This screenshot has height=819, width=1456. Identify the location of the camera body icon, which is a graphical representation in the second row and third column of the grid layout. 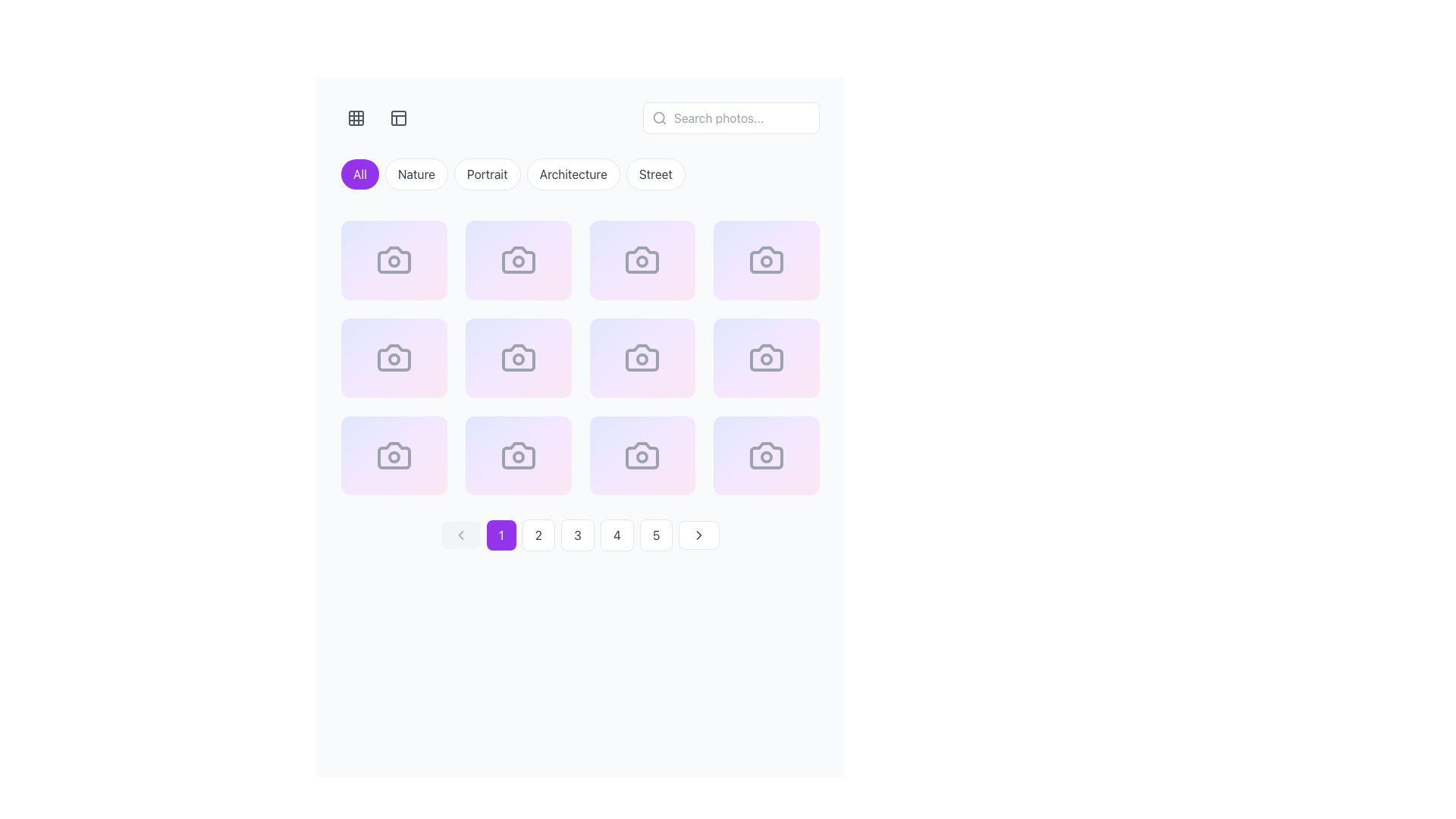
(518, 358).